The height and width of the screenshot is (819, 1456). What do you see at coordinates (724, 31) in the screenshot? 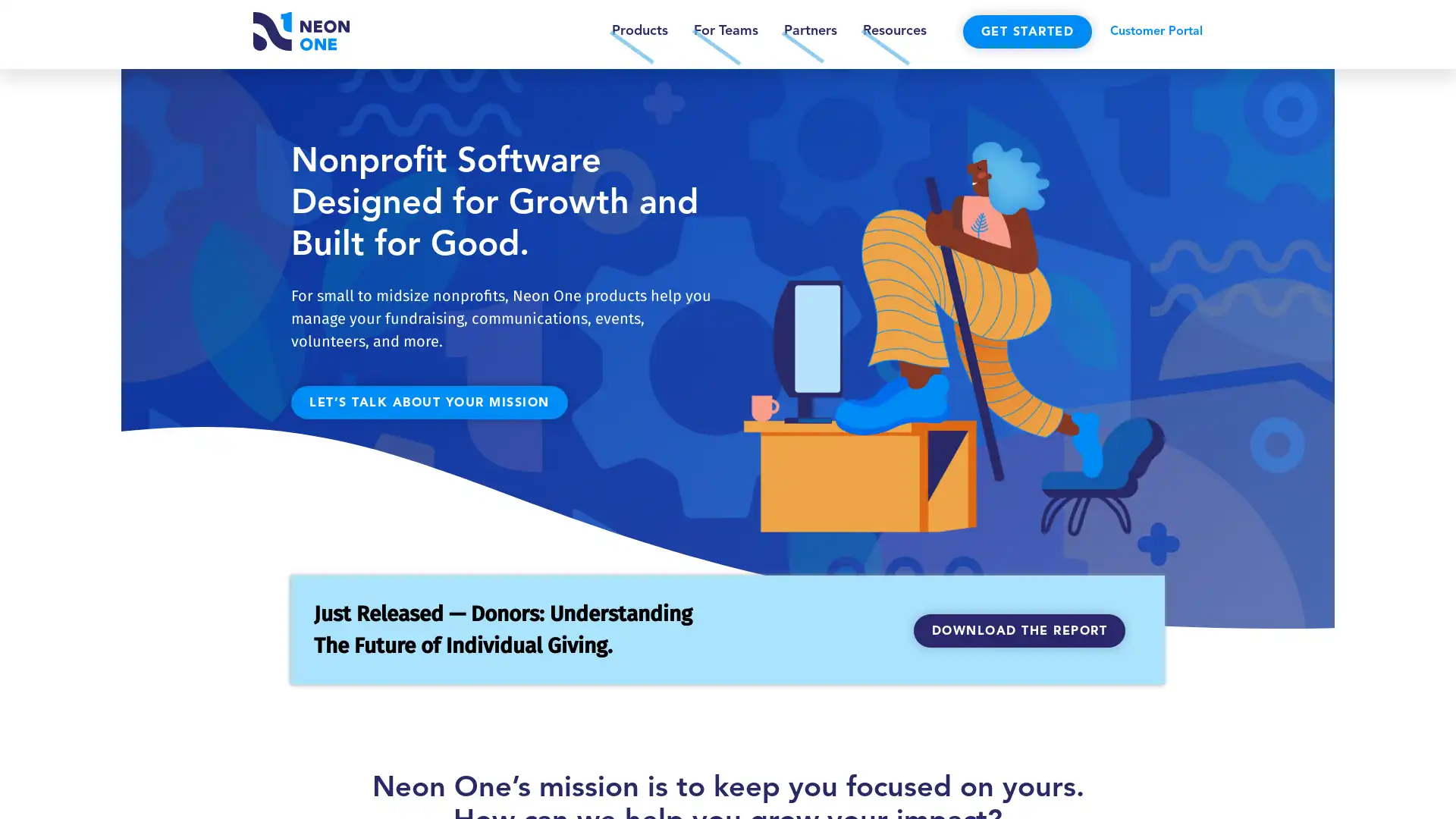
I see `For Teams` at bounding box center [724, 31].